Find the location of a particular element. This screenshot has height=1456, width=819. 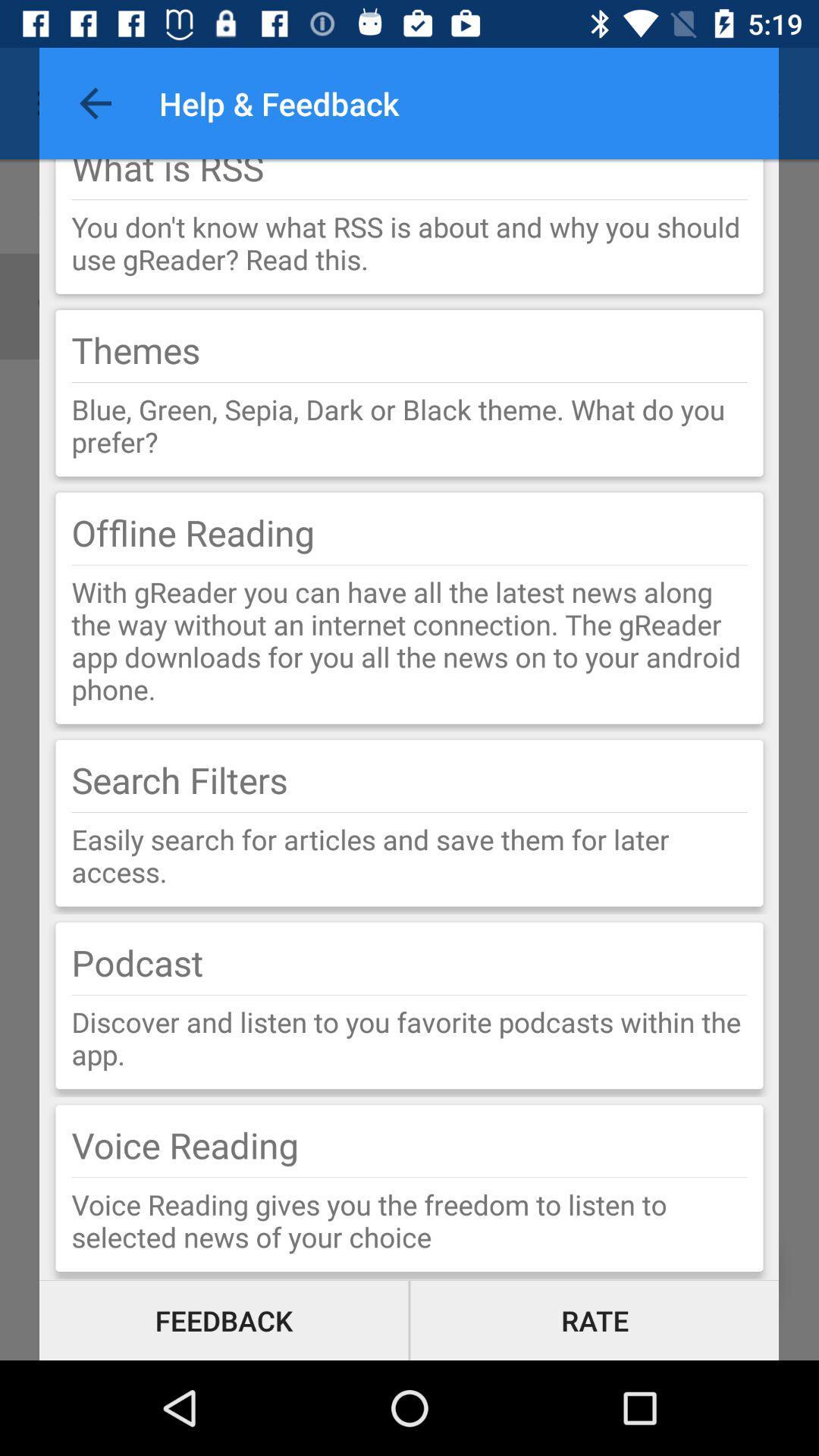

the item to the left of help & feedback is located at coordinates (96, 102).